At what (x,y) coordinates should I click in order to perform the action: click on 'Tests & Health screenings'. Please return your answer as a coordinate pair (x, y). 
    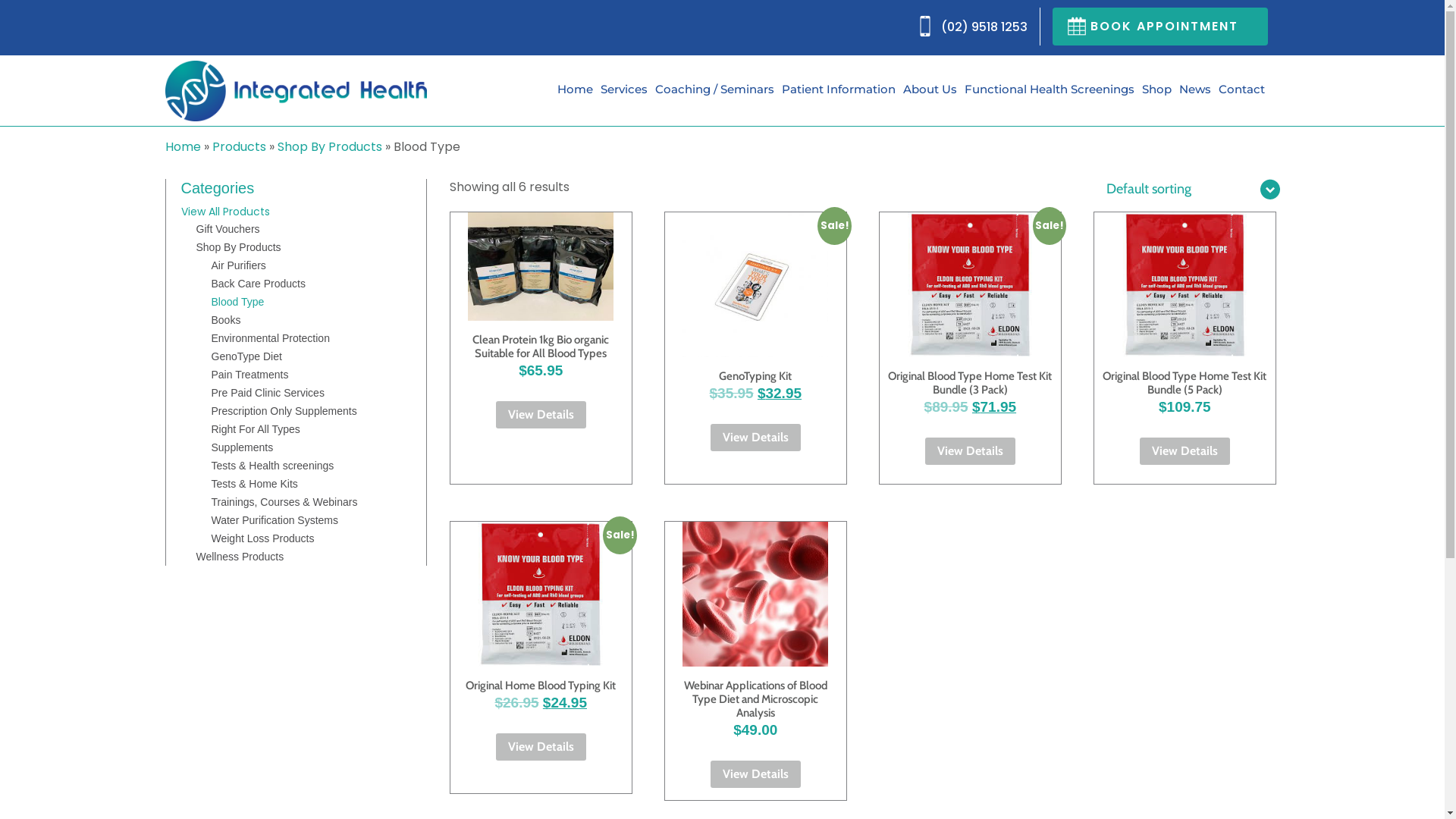
    Looking at the image, I should click on (272, 464).